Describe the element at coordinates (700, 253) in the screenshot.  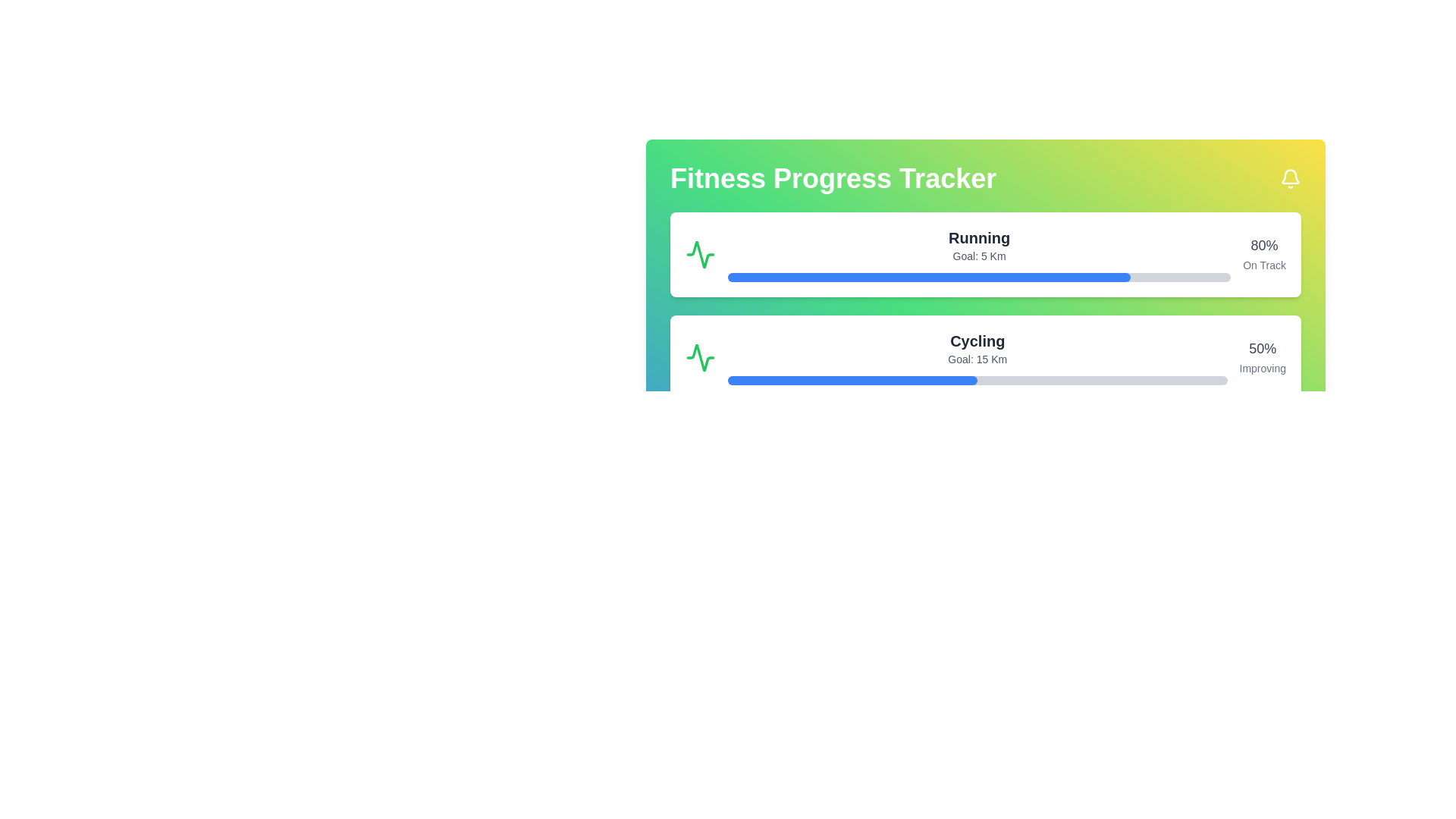
I see `the icon located in the top-left corner of the 'Running' fitness progress card, which symbolizes the activity type of the fitness goal` at that location.